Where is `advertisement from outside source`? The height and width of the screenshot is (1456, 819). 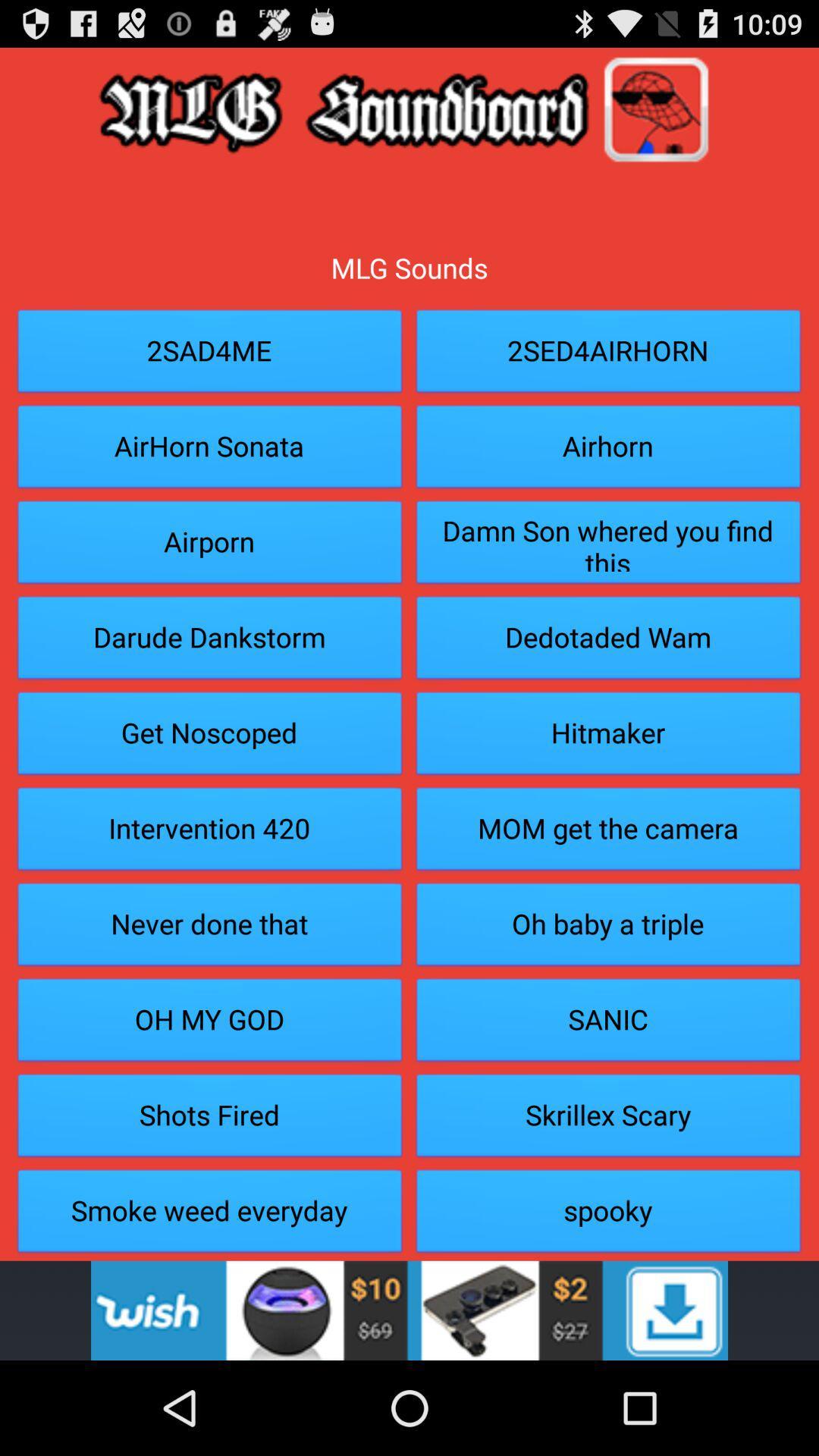 advertisement from outside source is located at coordinates (409, 1310).